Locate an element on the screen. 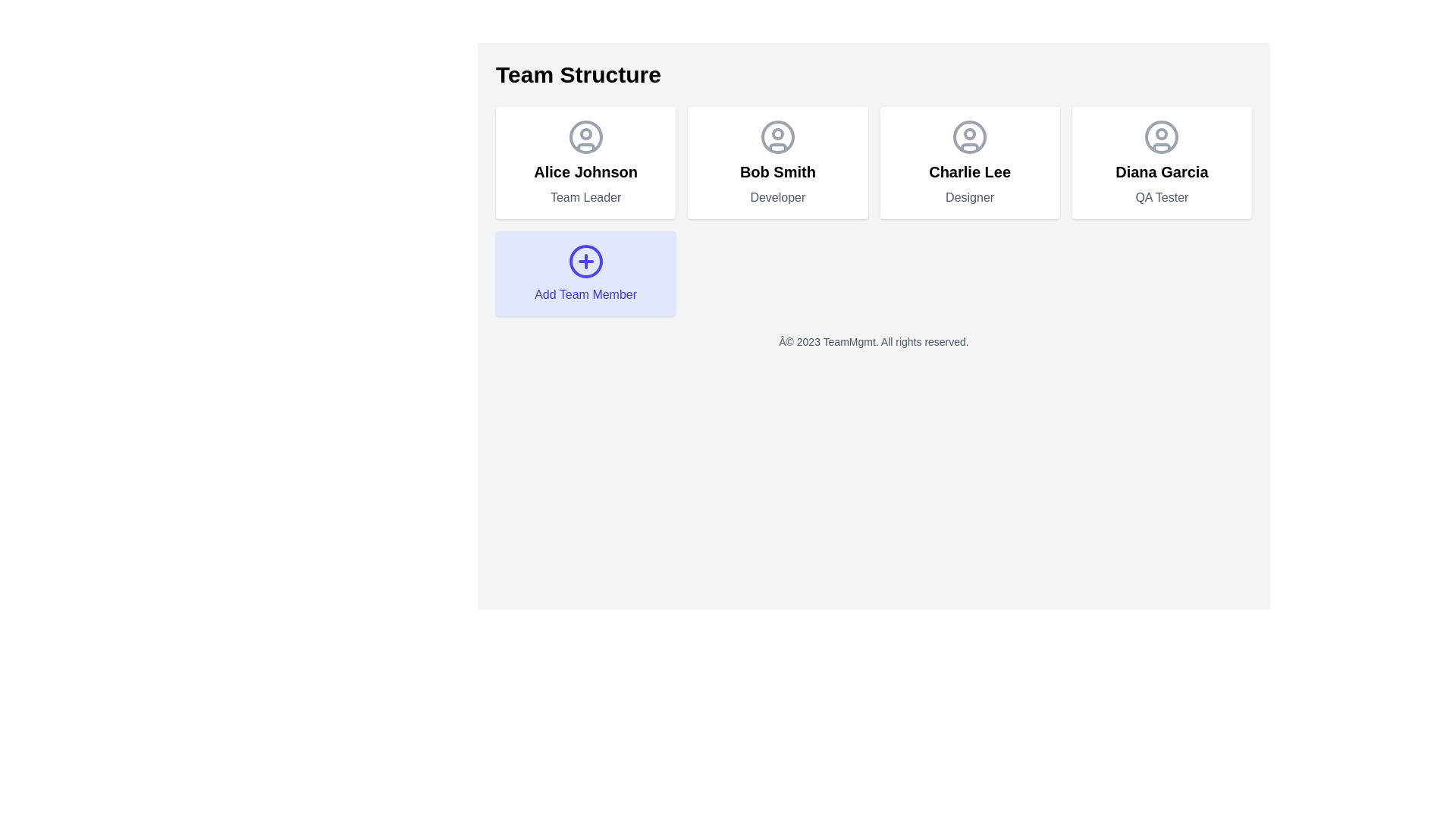  the circular icon with a gray border and transparent interior located above the label 'Alice Johnson' in the upper-left card of the 'Team Structure' layout is located at coordinates (585, 137).